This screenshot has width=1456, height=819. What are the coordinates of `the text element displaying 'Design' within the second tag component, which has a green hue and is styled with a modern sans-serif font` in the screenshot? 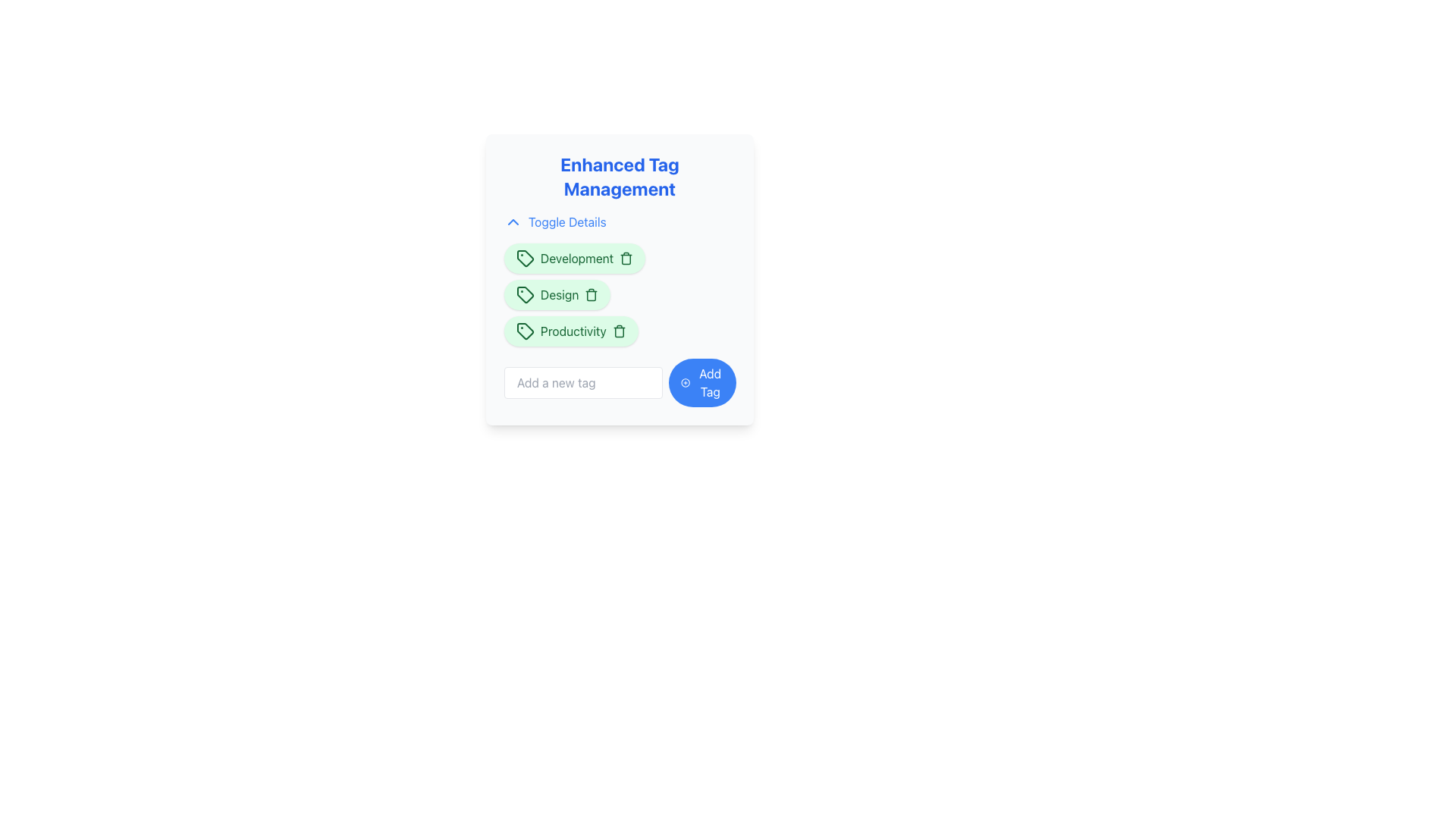 It's located at (559, 295).